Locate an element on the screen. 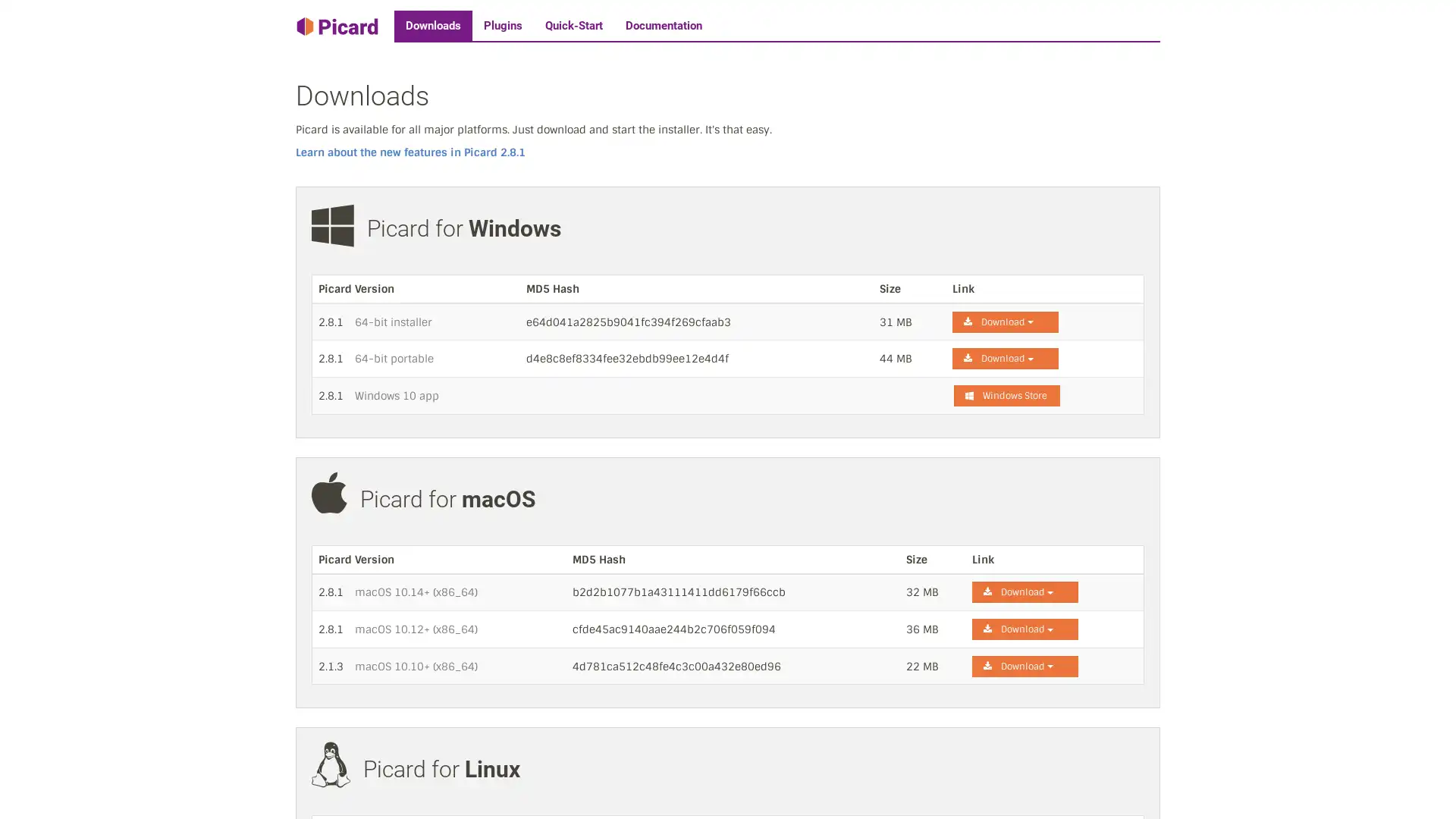 The image size is (1456, 819). Download is located at coordinates (1025, 629).